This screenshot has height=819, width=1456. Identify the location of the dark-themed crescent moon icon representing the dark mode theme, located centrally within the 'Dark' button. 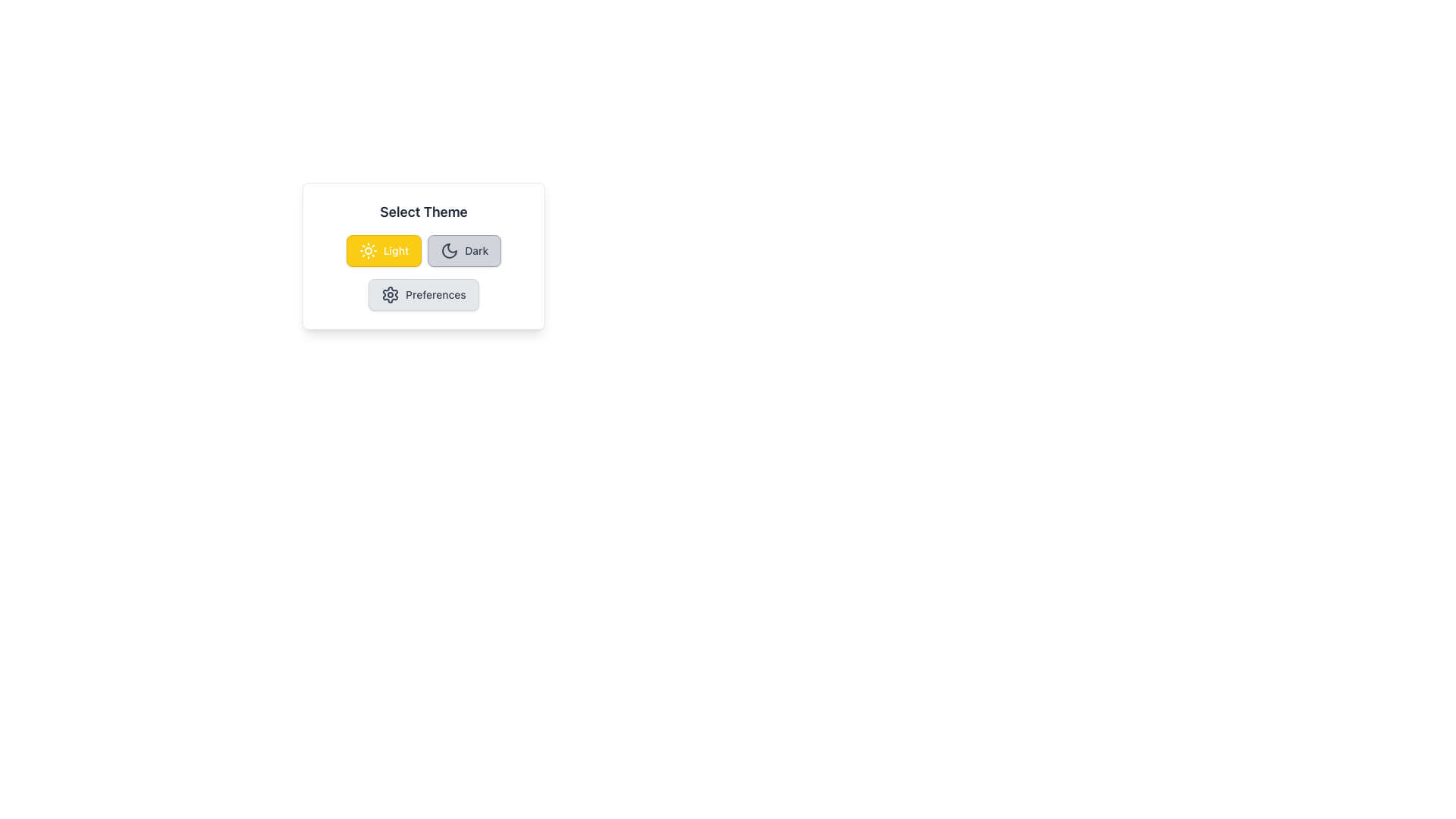
(449, 250).